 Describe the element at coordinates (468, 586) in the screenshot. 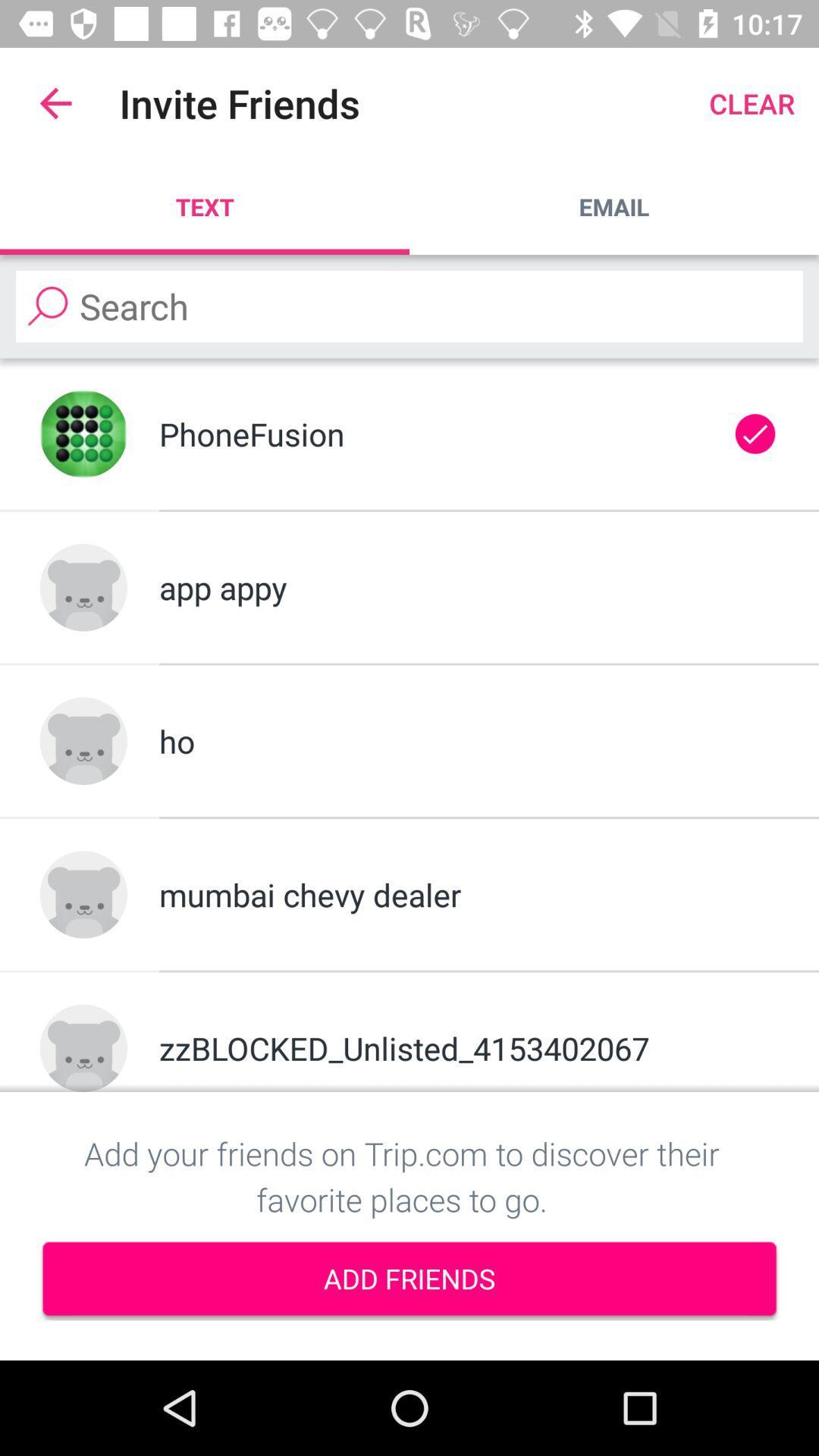

I see `app appy item` at that location.